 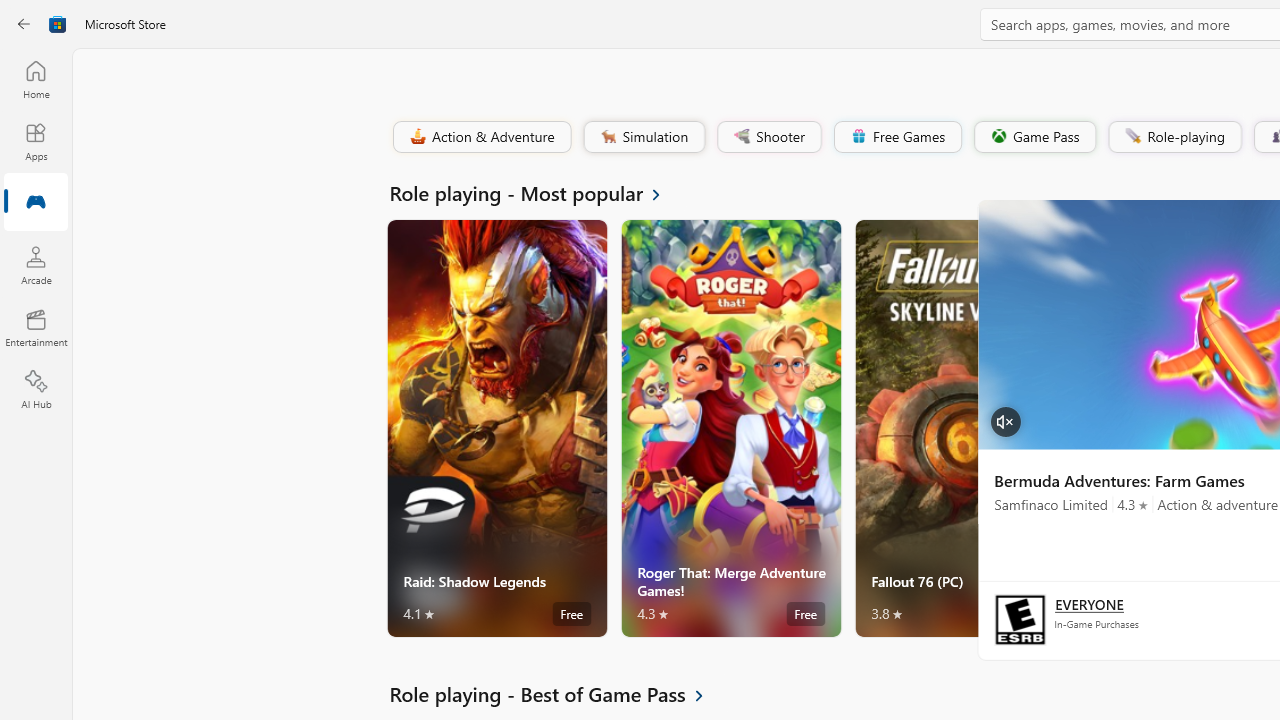 What do you see at coordinates (1088, 602) in the screenshot?
I see `'Age rating: EVERYONE. Click for more information.'` at bounding box center [1088, 602].